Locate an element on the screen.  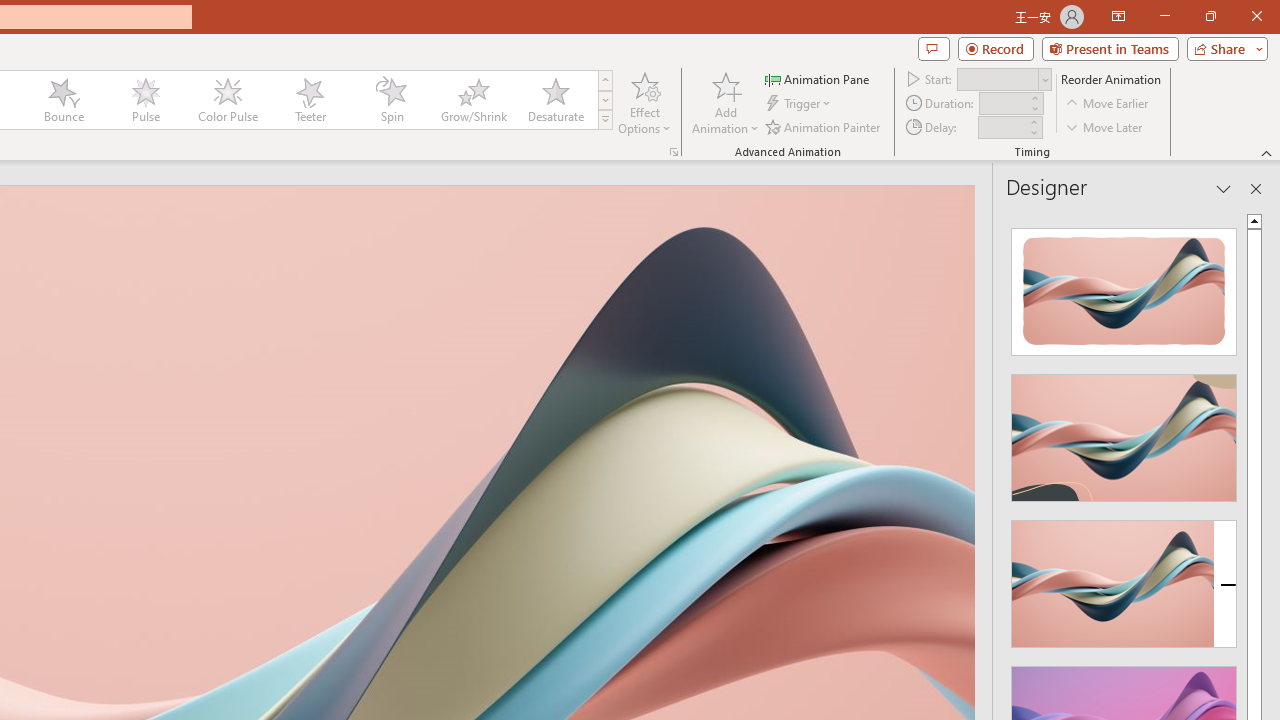
'Row Down' is located at coordinates (604, 100).